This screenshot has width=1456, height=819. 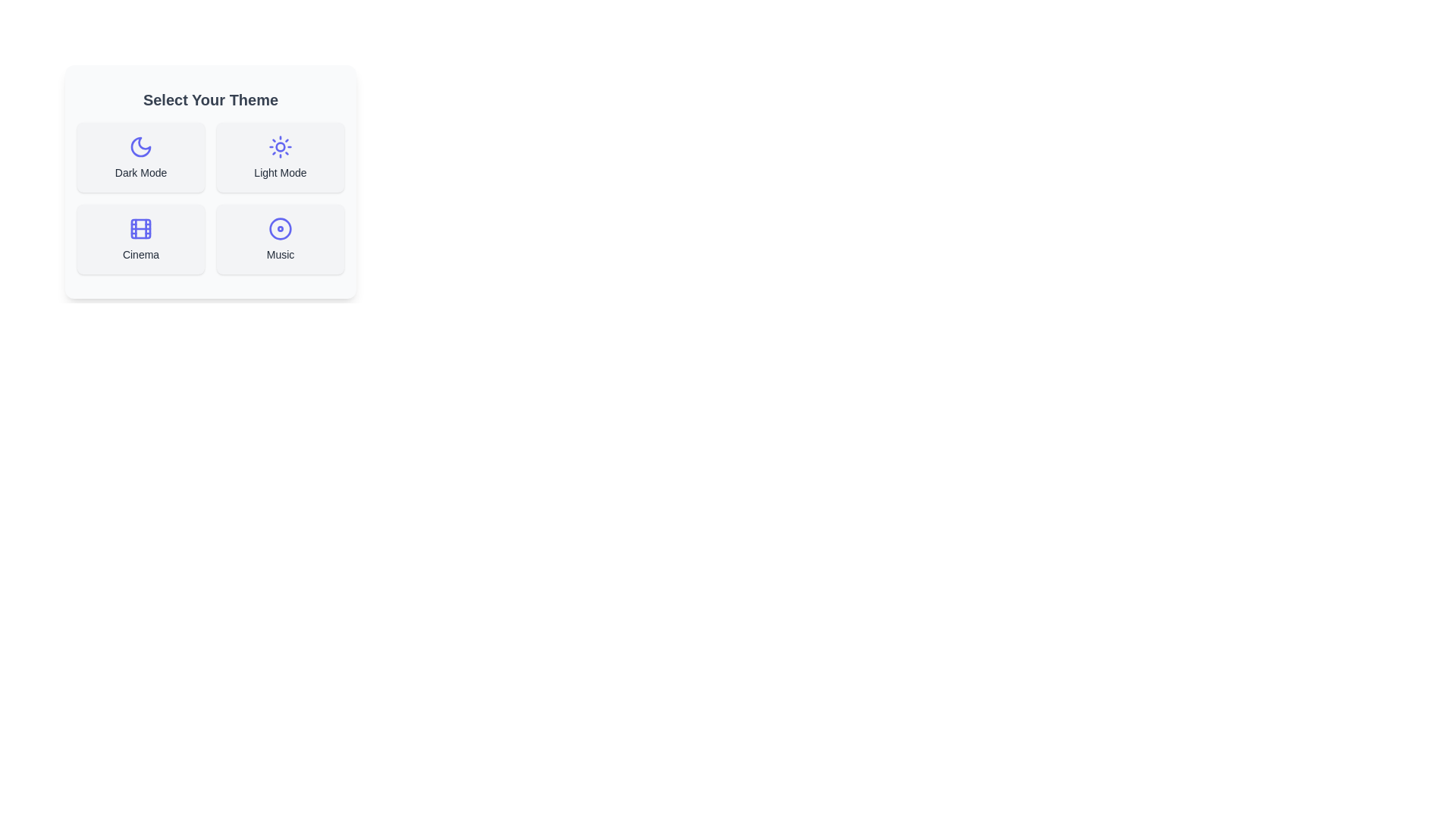 I want to click on the text label that identifies the 'Cinema' option, located at the bottom of the 'Cinema' card in the 'Select Your Theme' section, so click(x=141, y=253).